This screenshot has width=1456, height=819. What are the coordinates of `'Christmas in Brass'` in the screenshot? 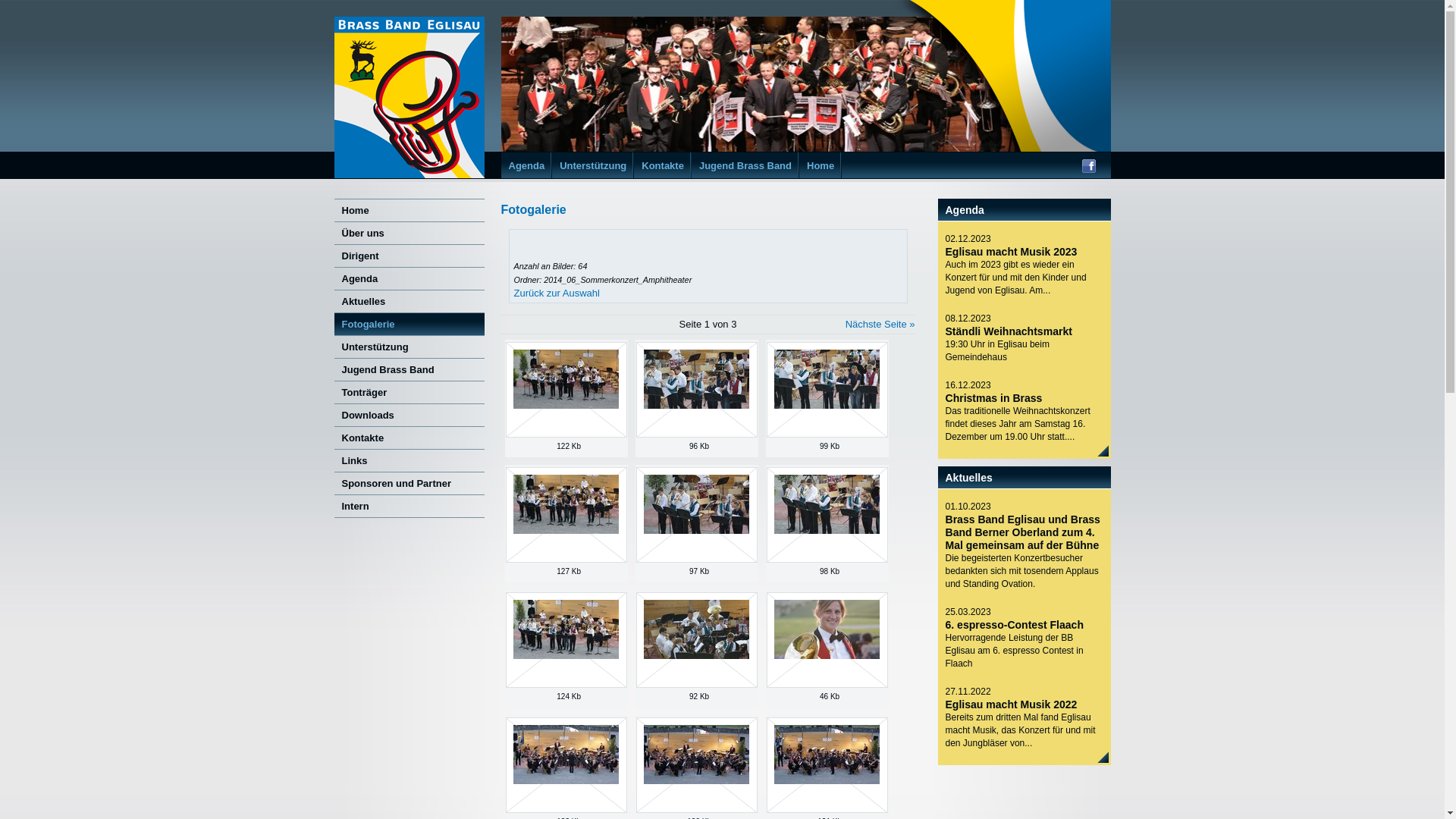 It's located at (993, 397).